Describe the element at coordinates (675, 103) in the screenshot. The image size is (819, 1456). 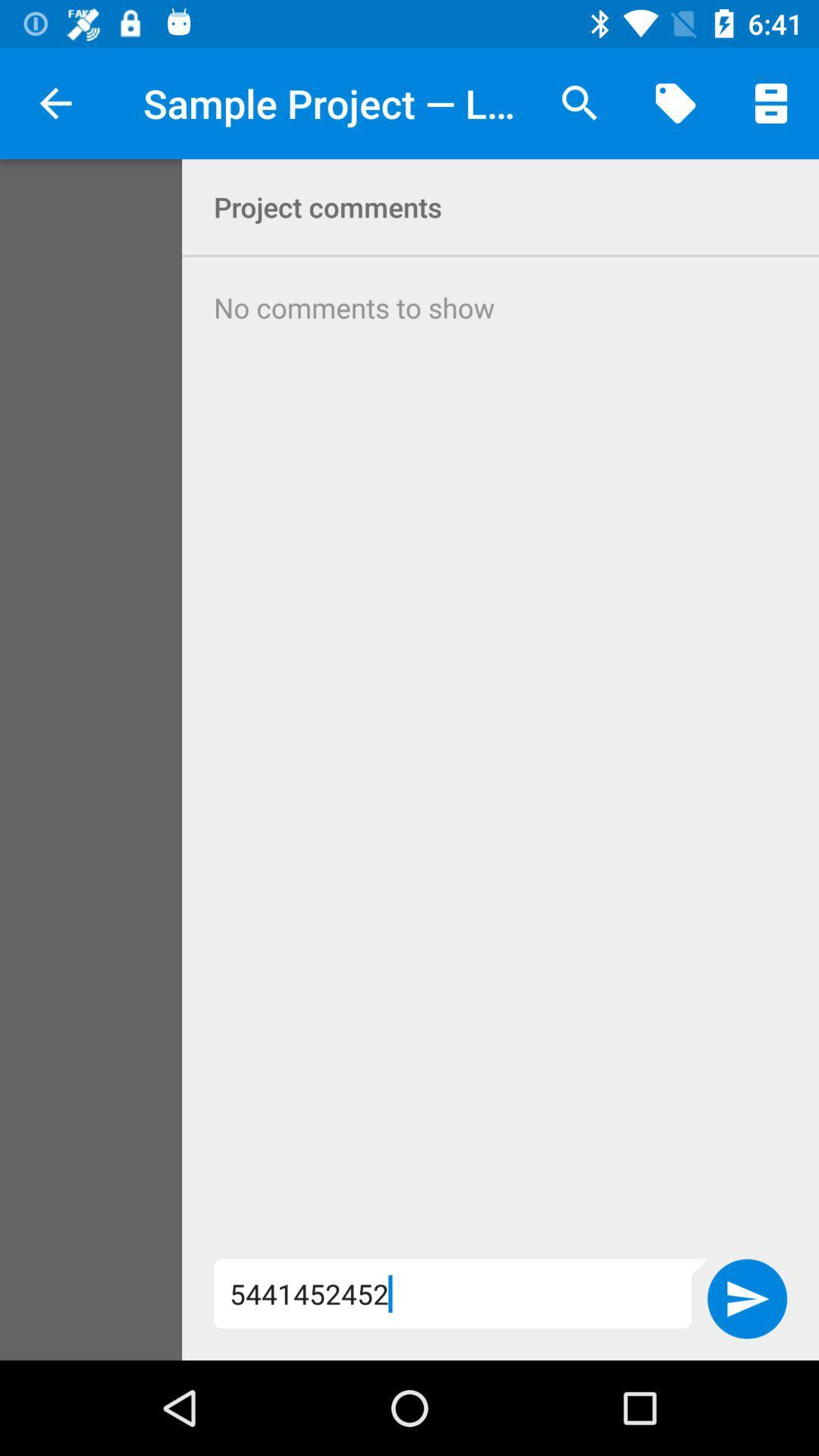
I see `the tag icon` at that location.